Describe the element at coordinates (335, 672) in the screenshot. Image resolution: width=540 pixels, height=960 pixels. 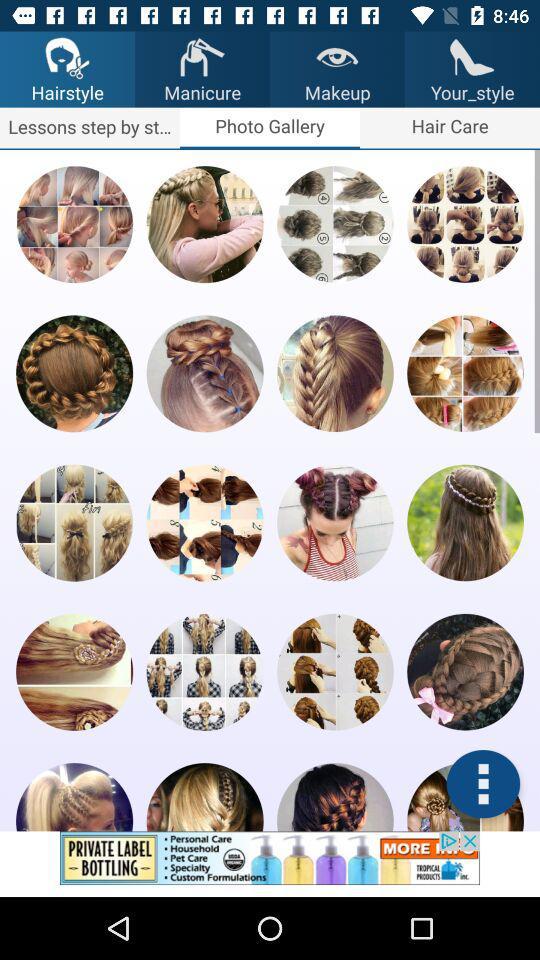
I see `photo` at that location.